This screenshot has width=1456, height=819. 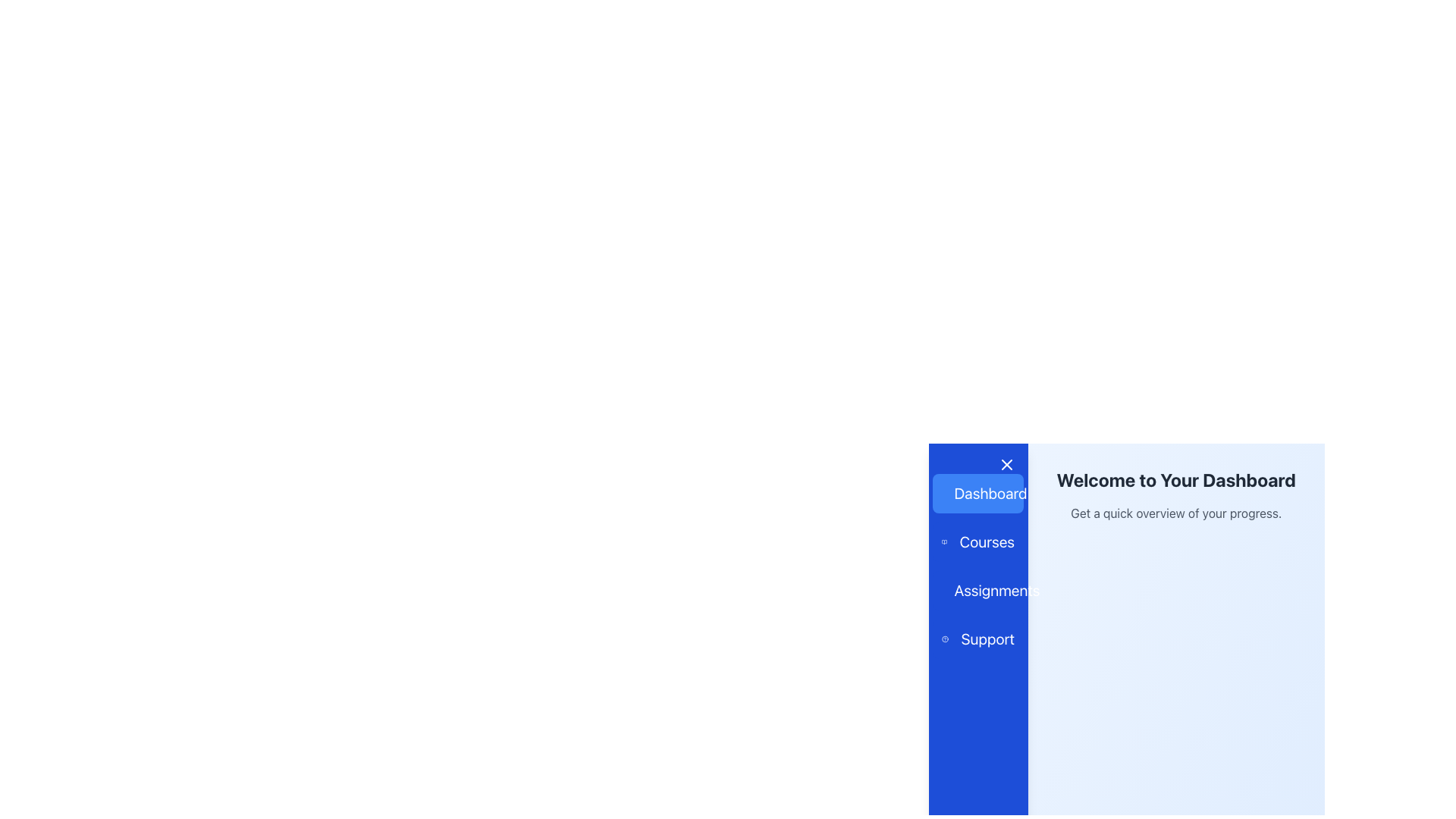 I want to click on the Close button icon located at the upper right corner of the 'Dashboard' header section, so click(x=1006, y=464).